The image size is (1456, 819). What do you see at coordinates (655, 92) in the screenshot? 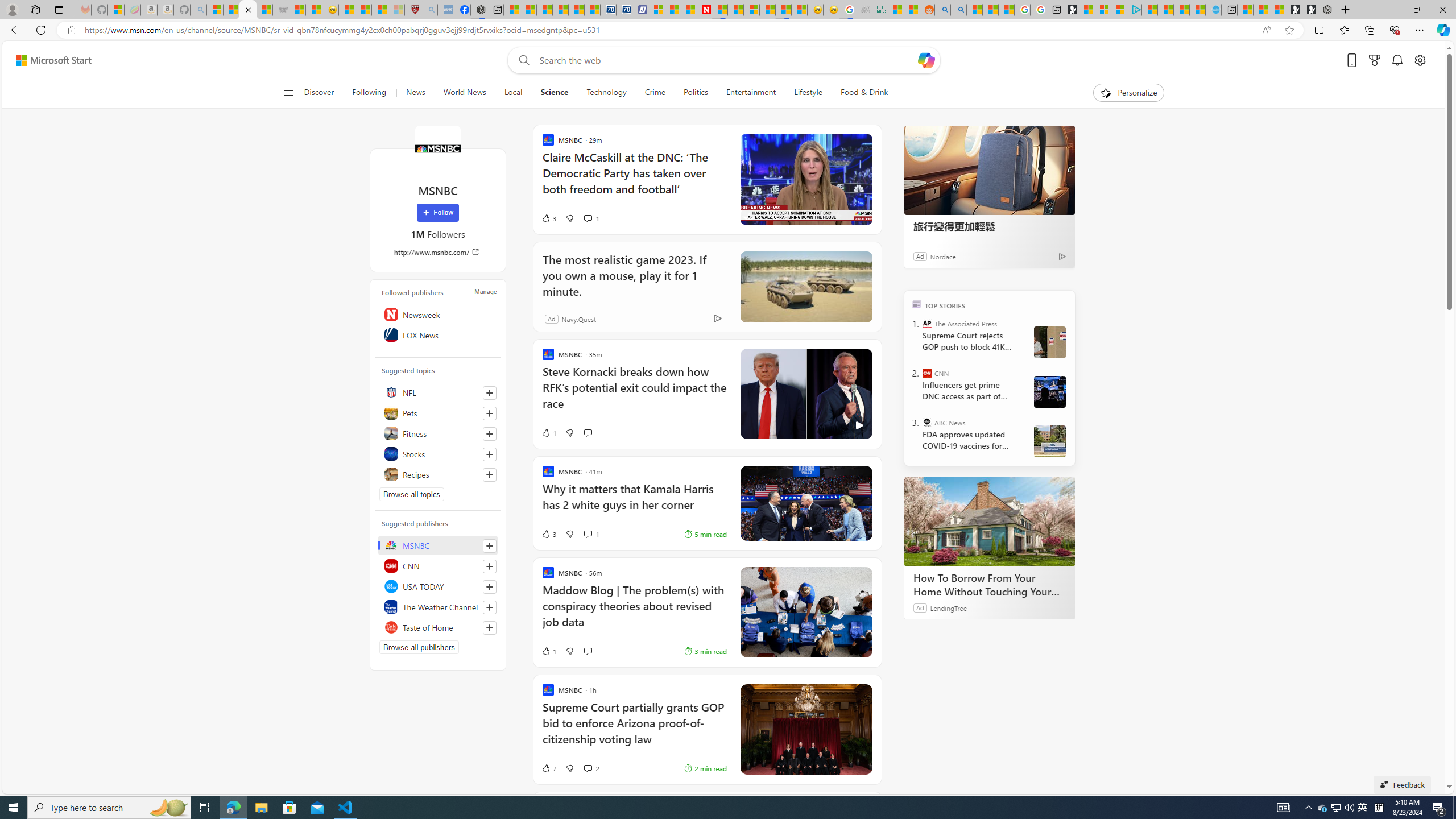
I see `'Crime'` at bounding box center [655, 92].